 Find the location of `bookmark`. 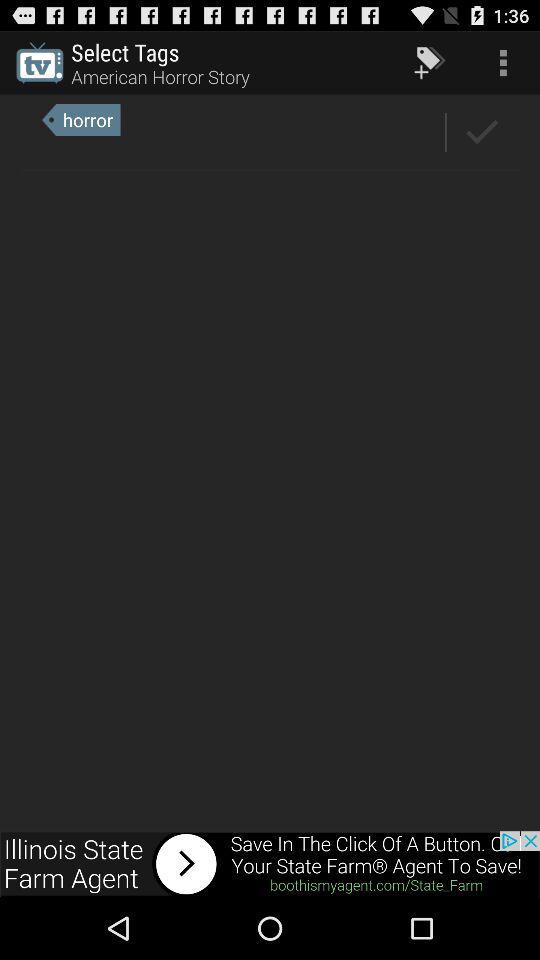

bookmark is located at coordinates (481, 131).